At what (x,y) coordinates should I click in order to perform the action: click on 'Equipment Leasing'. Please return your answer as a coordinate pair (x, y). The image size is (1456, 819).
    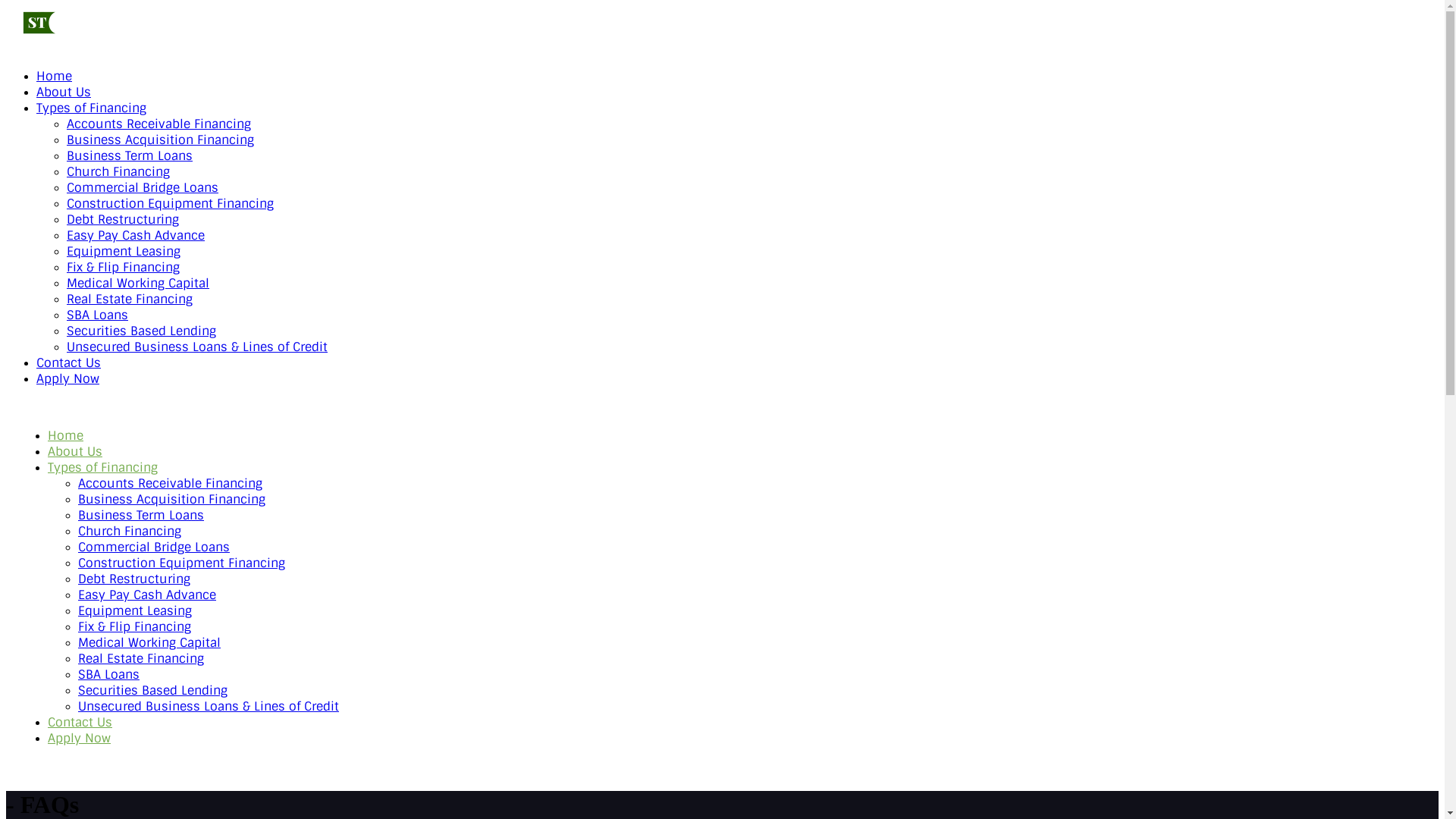
    Looking at the image, I should click on (134, 610).